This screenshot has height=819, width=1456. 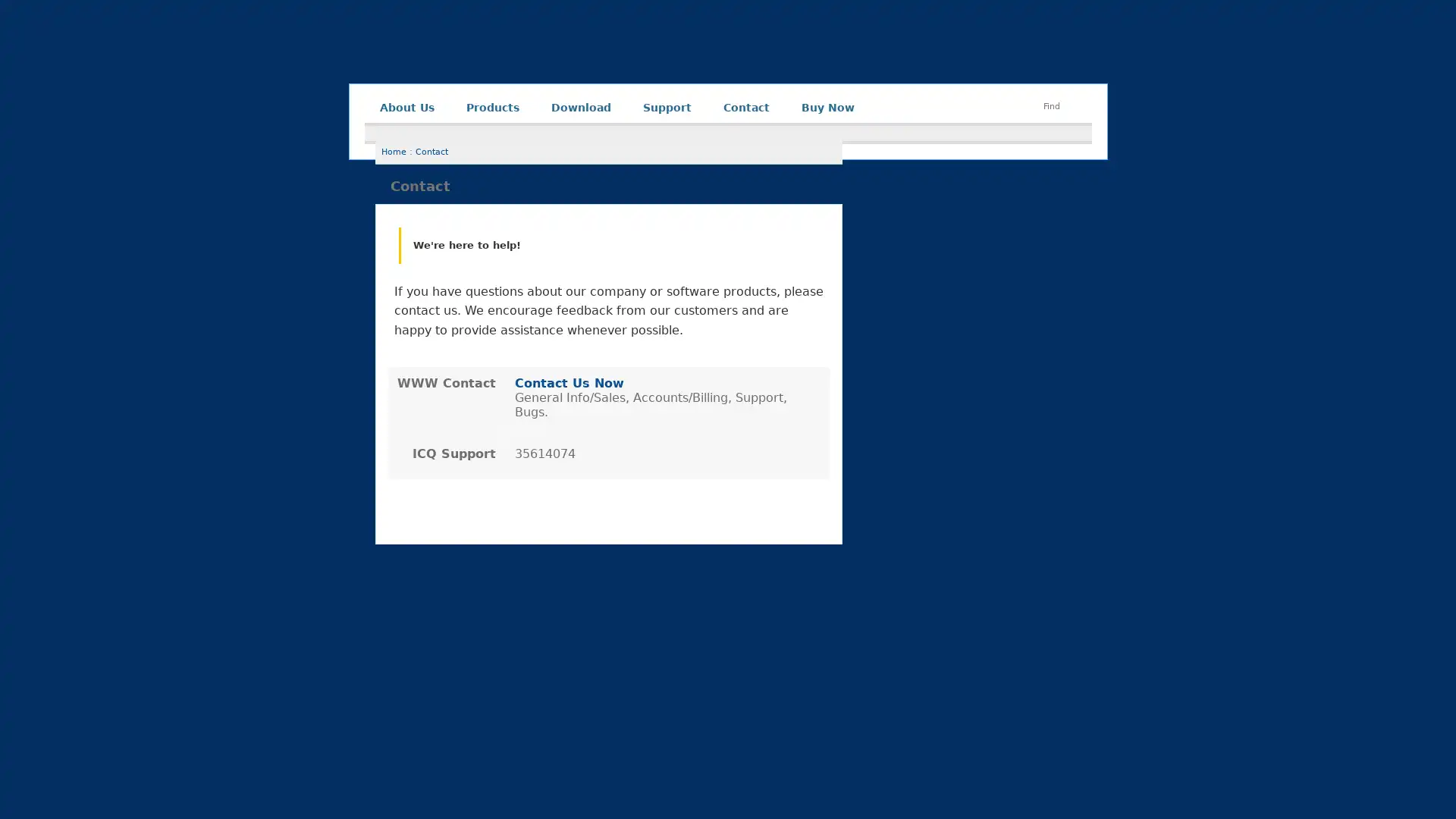 What do you see at coordinates (428, 683) in the screenshot?
I see `Highlight code` at bounding box center [428, 683].